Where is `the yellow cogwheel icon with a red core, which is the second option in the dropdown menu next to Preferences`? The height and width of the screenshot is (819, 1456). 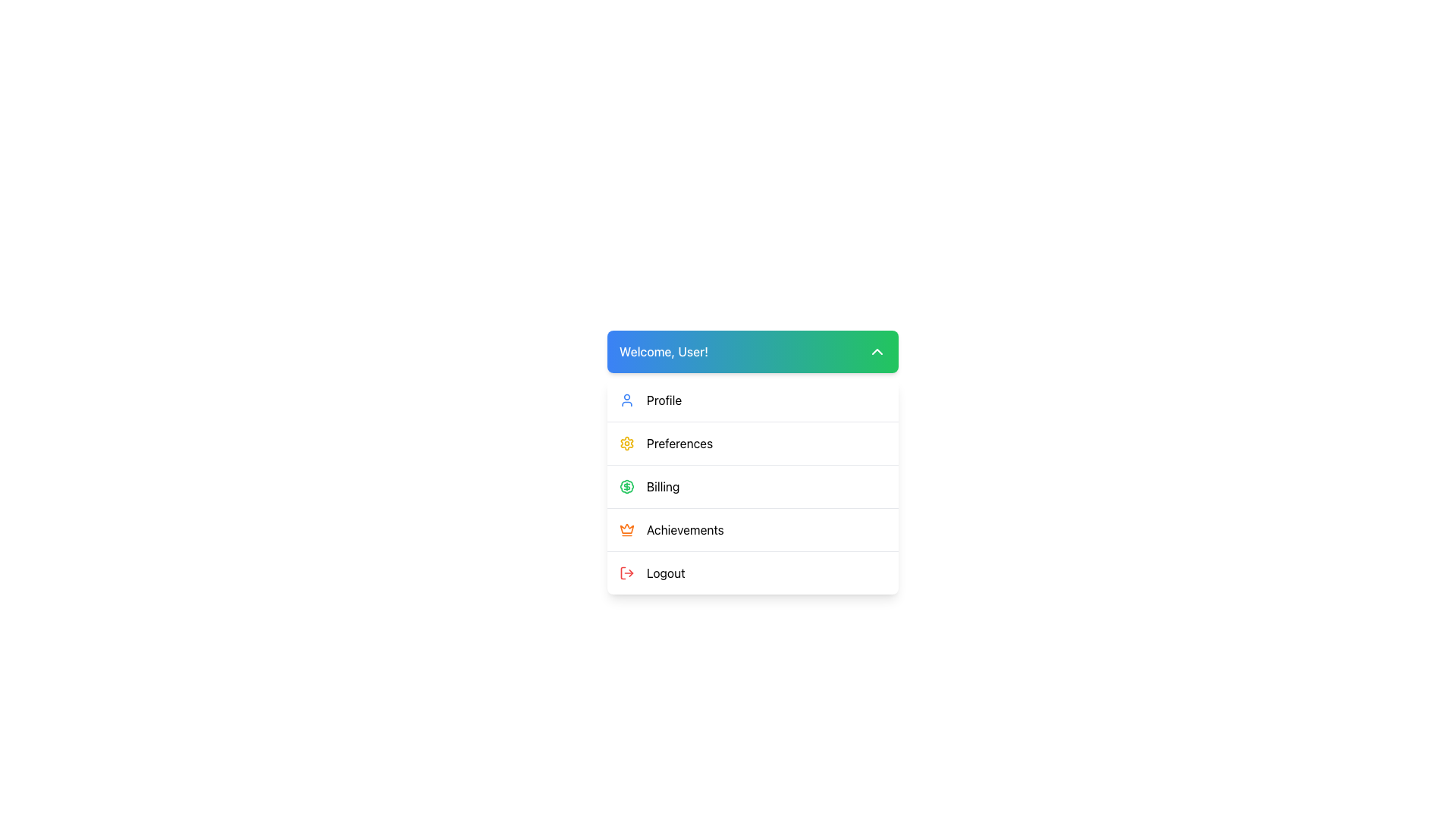 the yellow cogwheel icon with a red core, which is the second option in the dropdown menu next to Preferences is located at coordinates (626, 444).